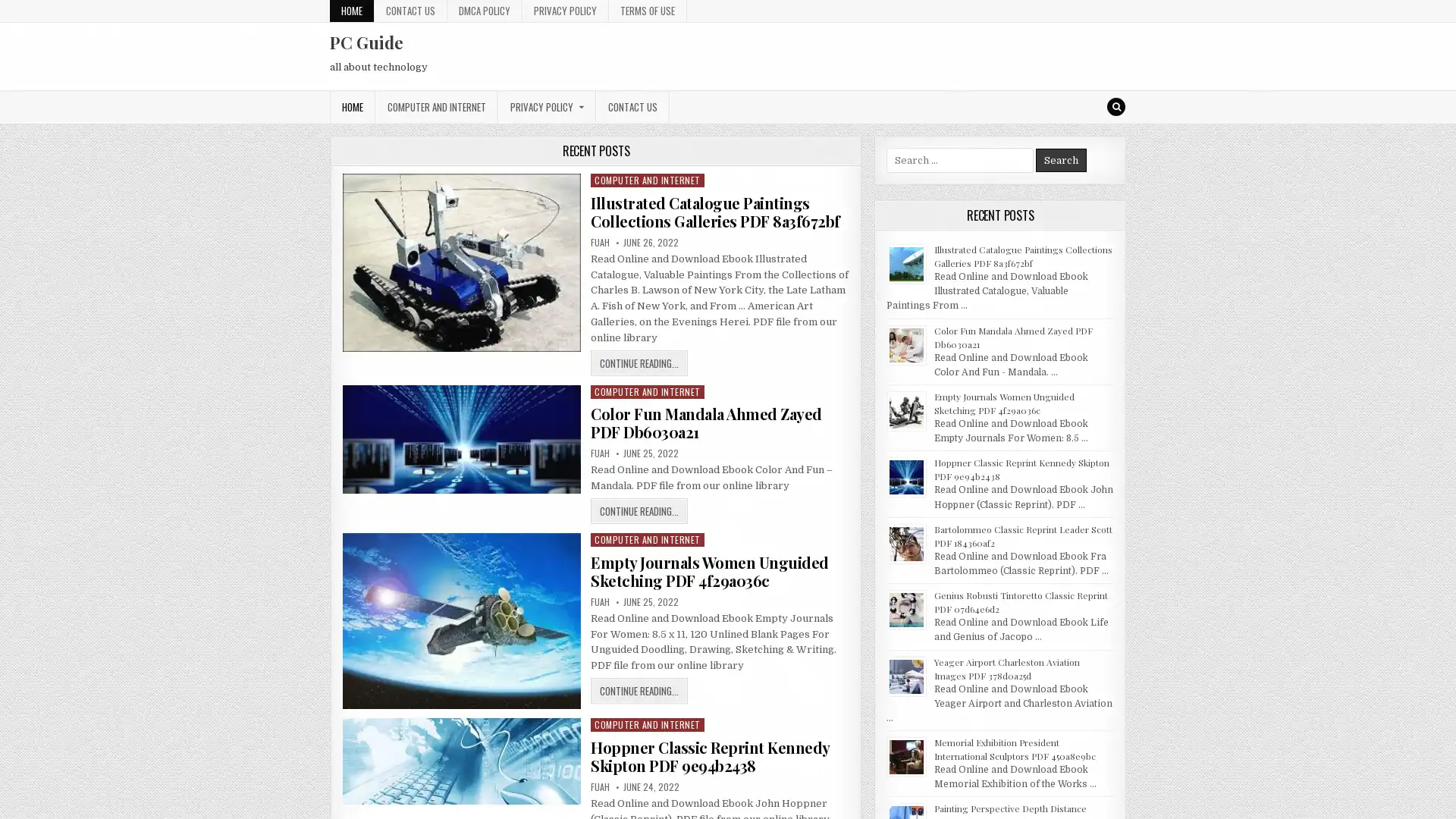 Image resolution: width=1456 pixels, height=819 pixels. Describe the element at coordinates (1060, 160) in the screenshot. I see `Search` at that location.